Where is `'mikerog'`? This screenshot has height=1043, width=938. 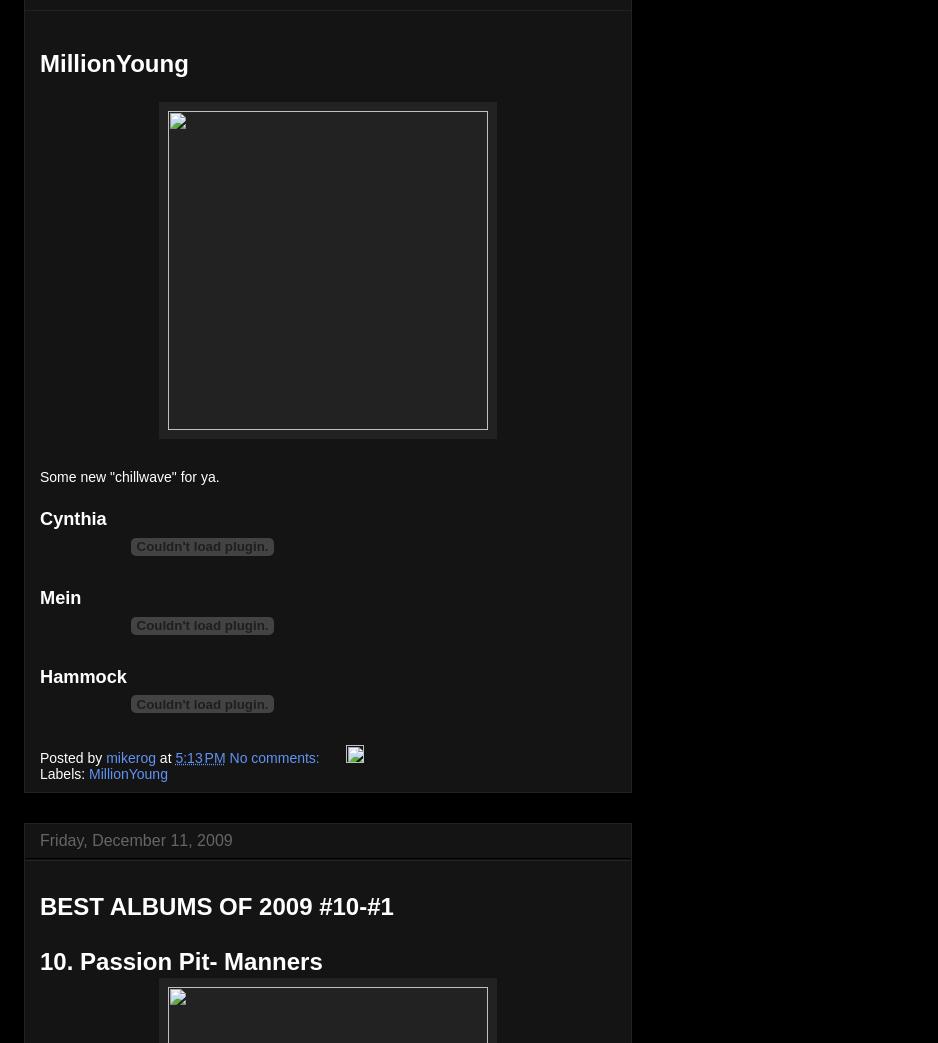 'mikerog' is located at coordinates (129, 756).